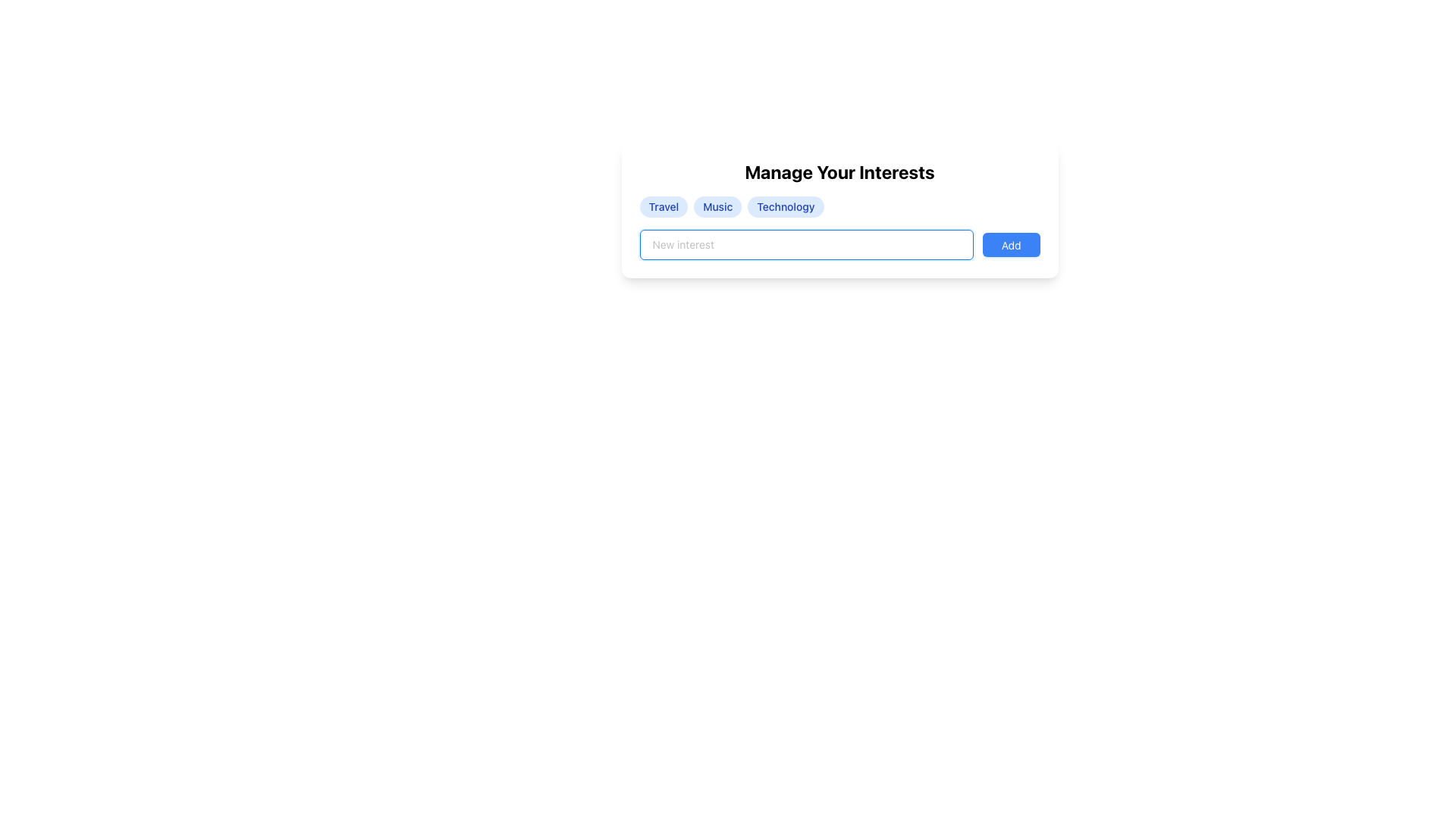 The width and height of the screenshot is (1456, 819). I want to click on the 'Music' Tag button, which is a rounded pill-shaped button with bold blue letters on a light blue background, positioned between the 'Travel' and 'Technology' buttons for visual feedback, so click(717, 207).